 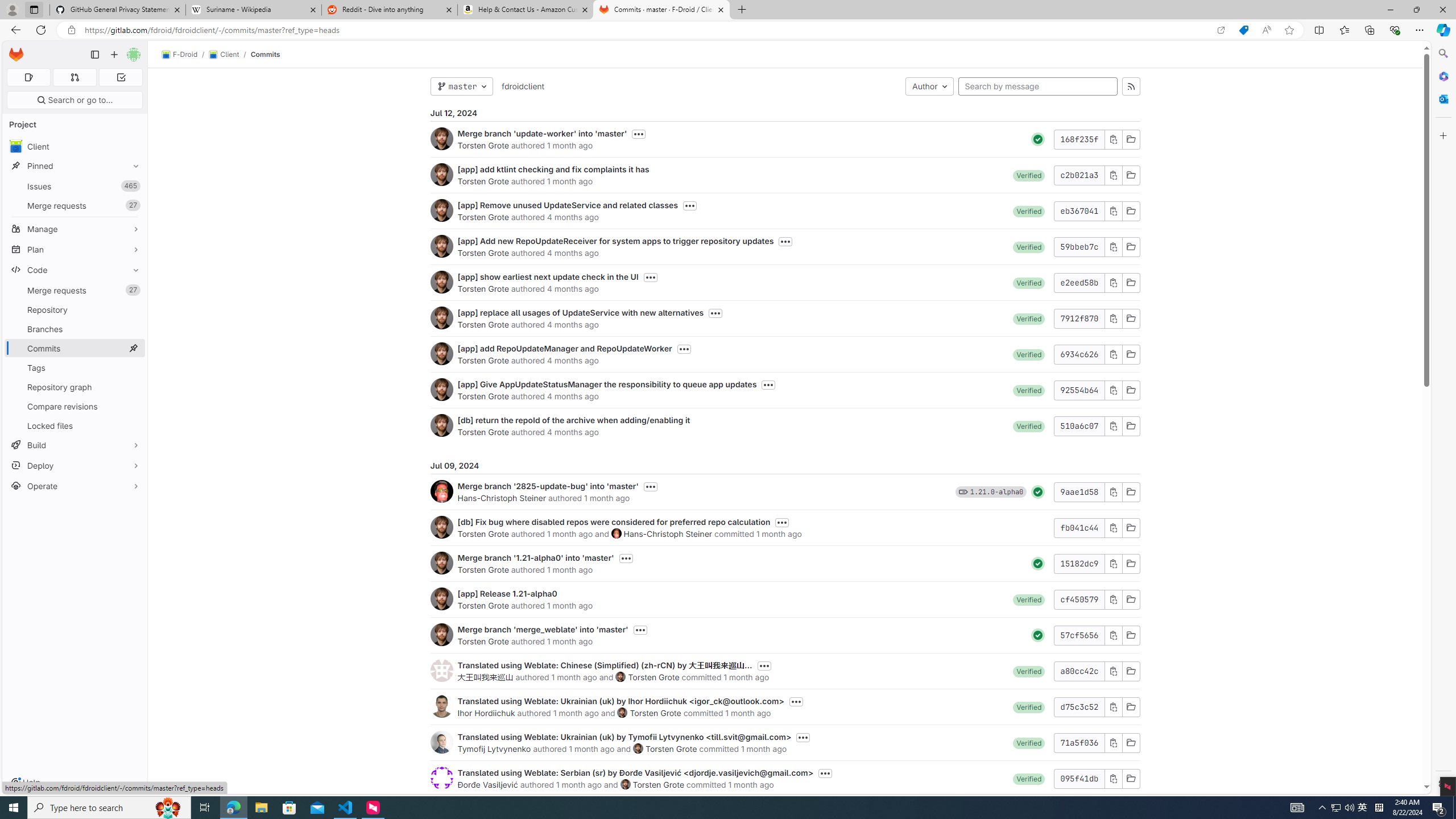 What do you see at coordinates (74, 465) in the screenshot?
I see `'Deploy'` at bounding box center [74, 465].